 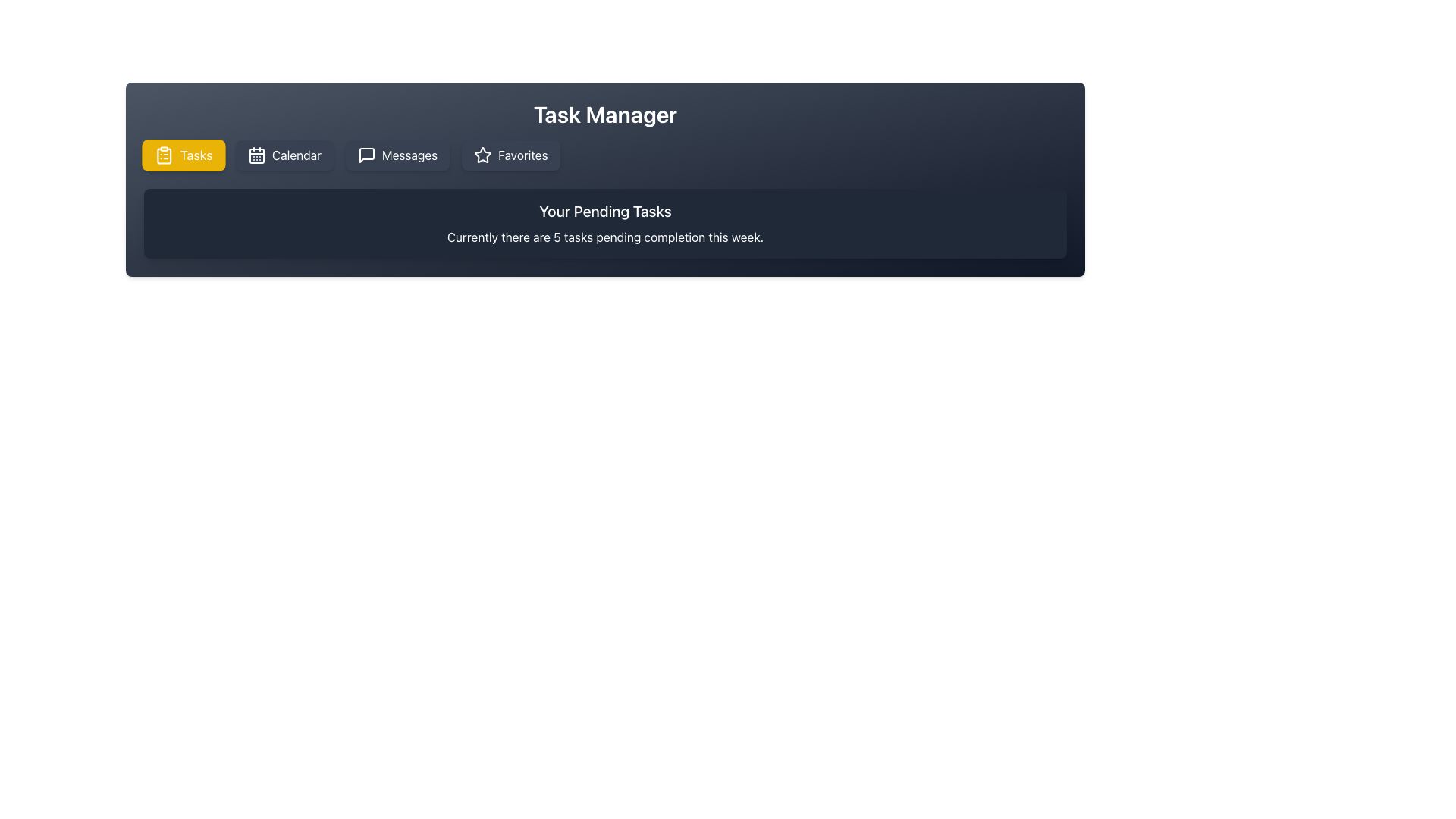 I want to click on the 'Favorites' button, which is the fourth button in a row of navigation buttons at the top-center of the page, to activate styling changes, so click(x=510, y=155).